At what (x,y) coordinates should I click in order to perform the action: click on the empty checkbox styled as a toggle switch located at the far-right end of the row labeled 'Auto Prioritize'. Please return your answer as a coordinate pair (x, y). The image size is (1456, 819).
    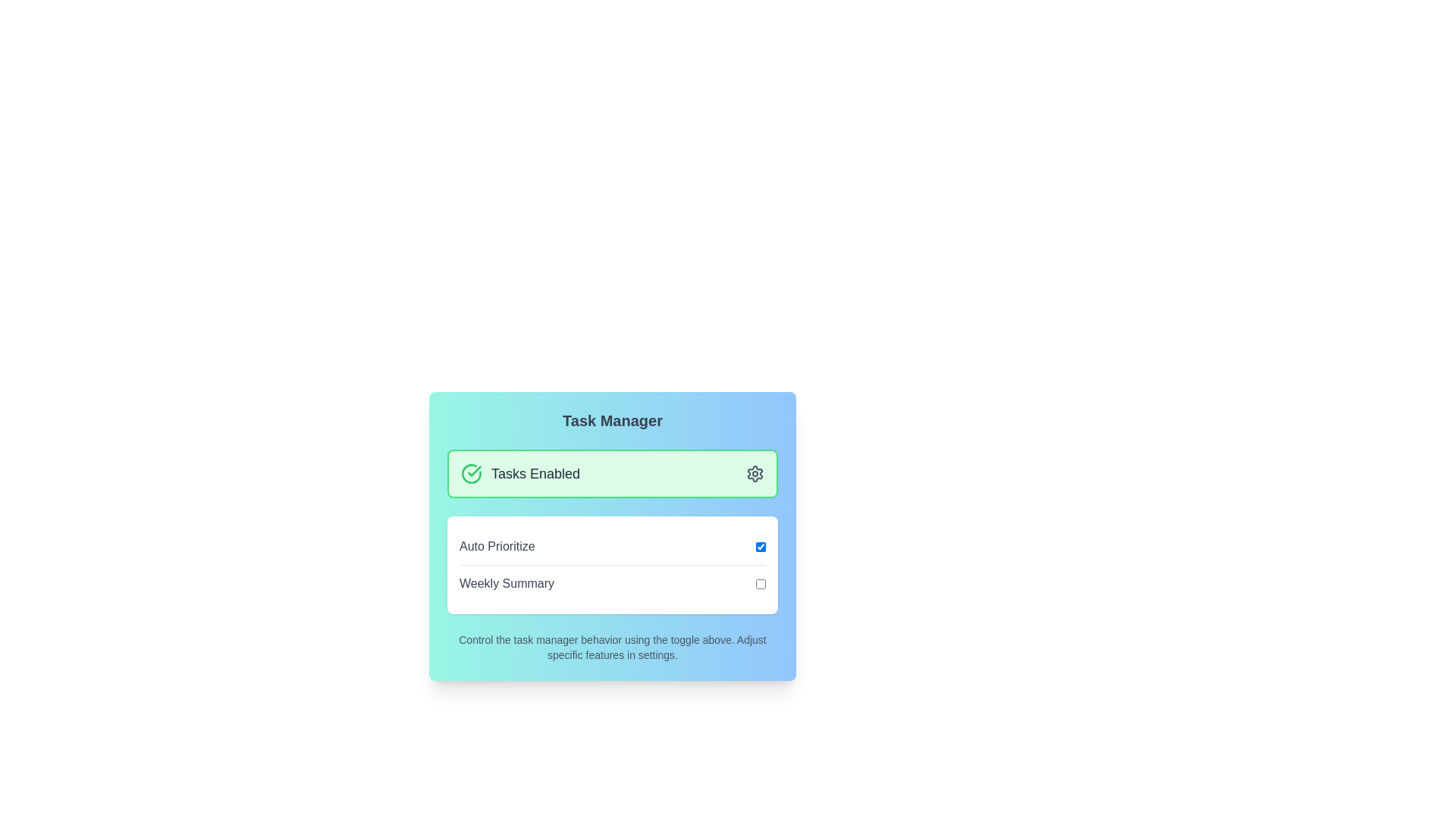
    Looking at the image, I should click on (761, 547).